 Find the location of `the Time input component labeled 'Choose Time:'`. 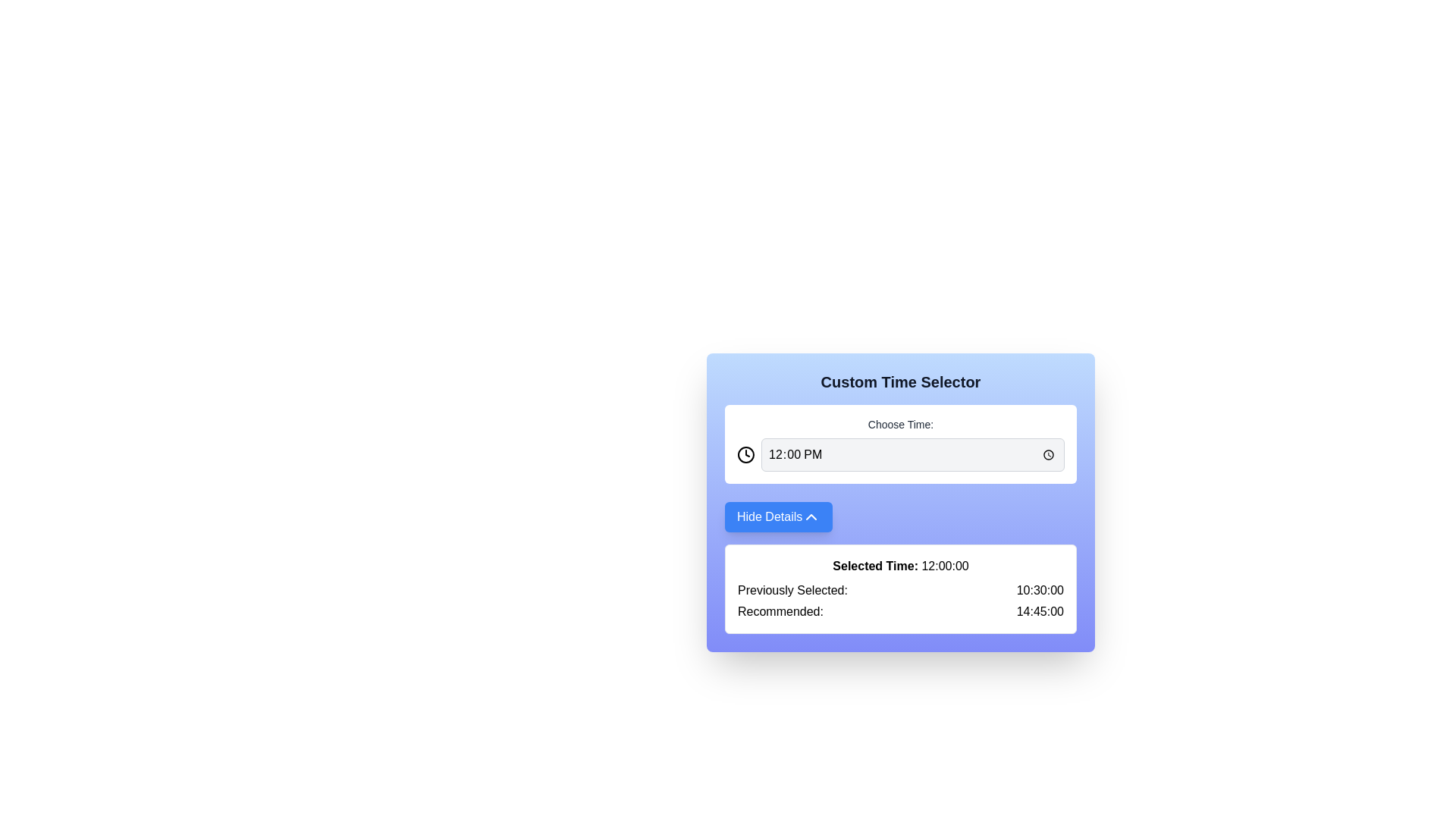

the Time input component labeled 'Choose Time:' is located at coordinates (901, 444).